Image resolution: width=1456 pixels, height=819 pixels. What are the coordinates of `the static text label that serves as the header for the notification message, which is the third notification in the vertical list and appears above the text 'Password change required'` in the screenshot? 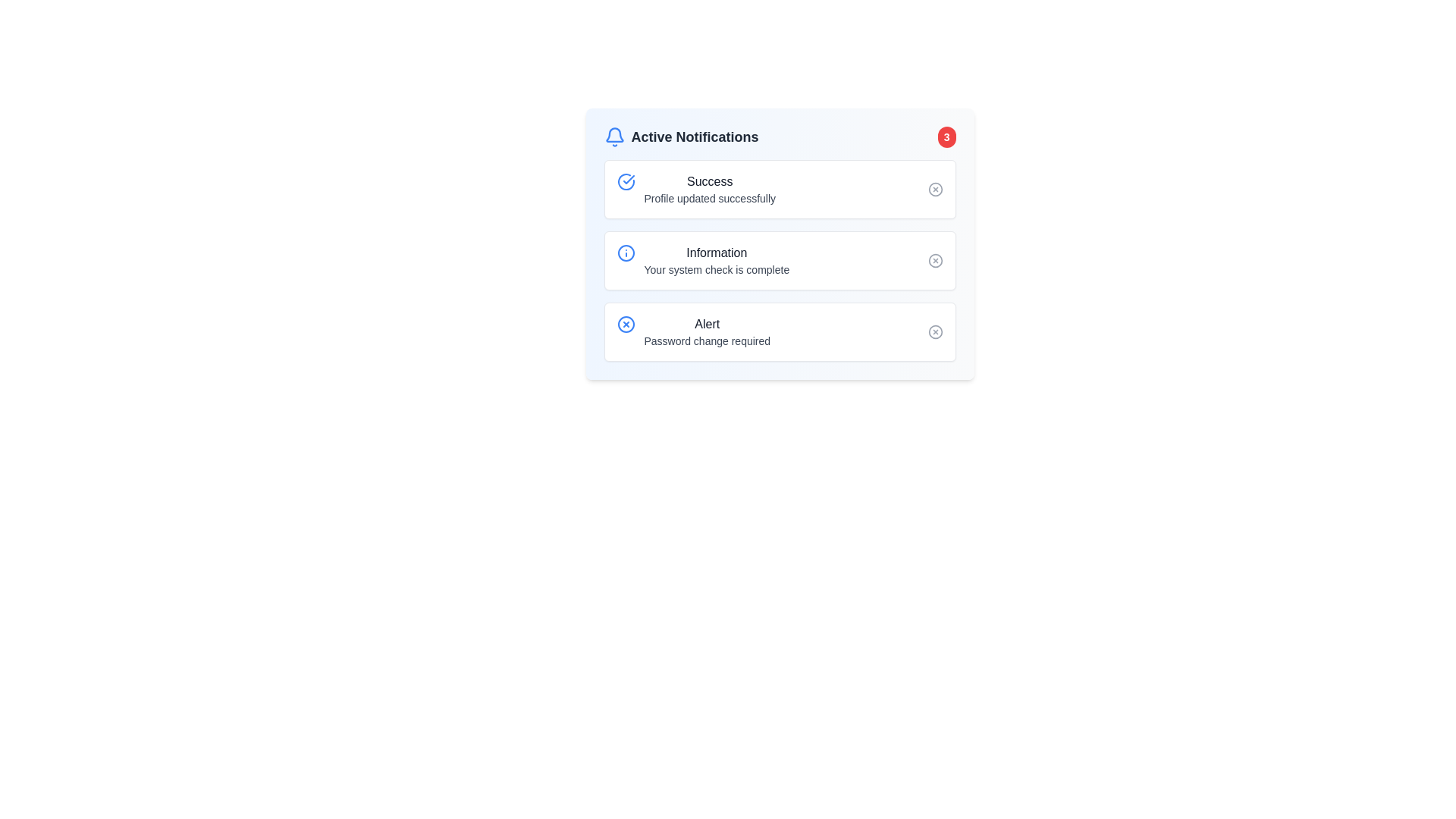 It's located at (706, 324).